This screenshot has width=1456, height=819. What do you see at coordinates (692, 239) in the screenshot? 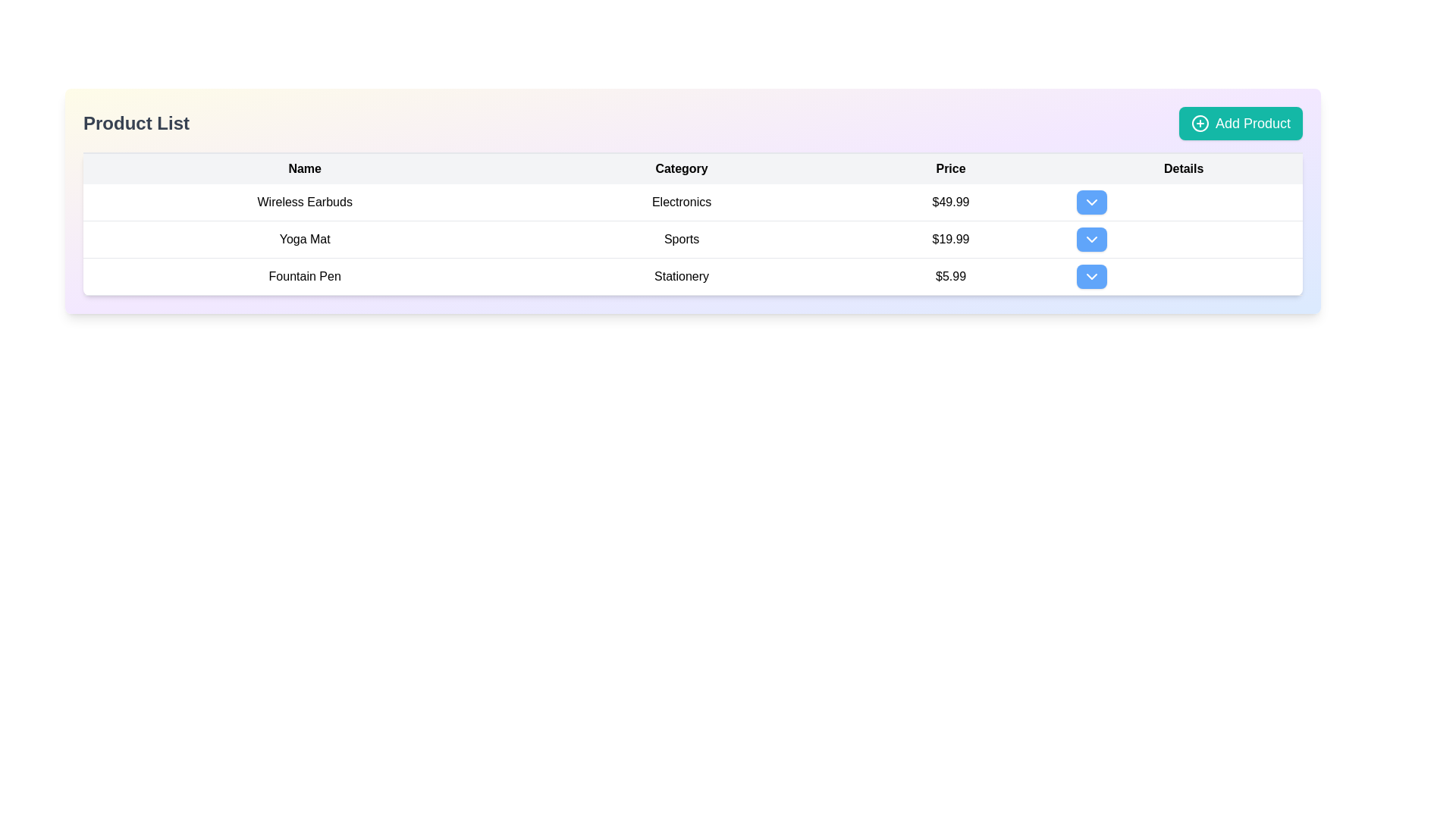
I see `the second row in the table containing 'Yoga Mat', 'Sports', and '$19.99'` at bounding box center [692, 239].